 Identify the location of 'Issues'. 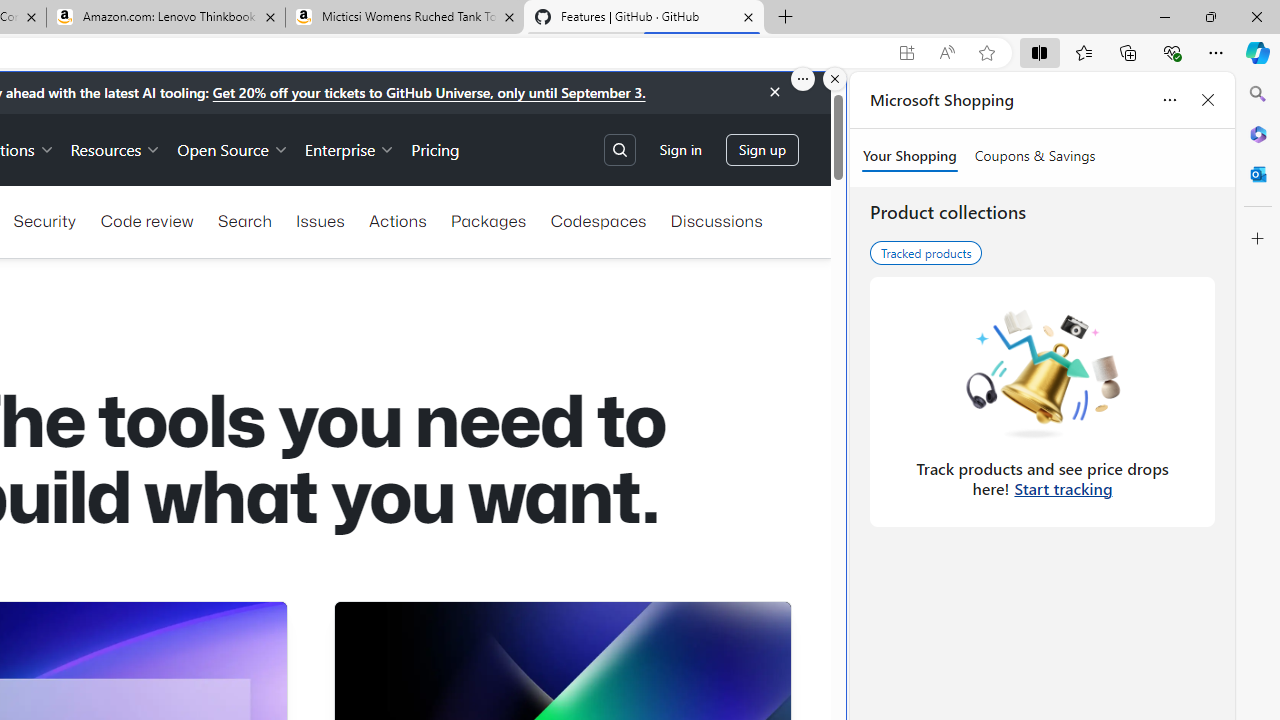
(320, 221).